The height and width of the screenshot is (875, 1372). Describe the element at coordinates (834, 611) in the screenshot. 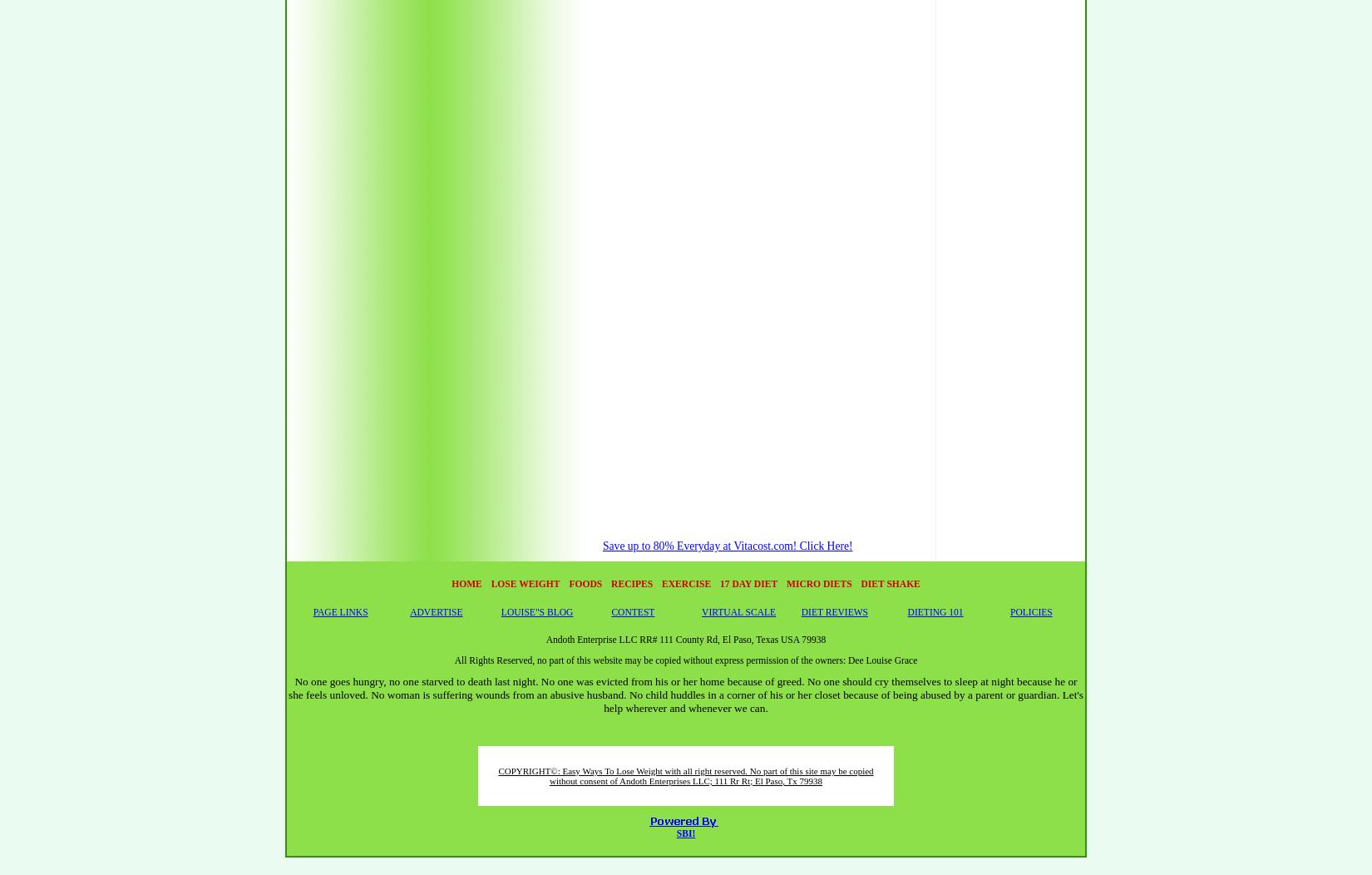

I see `'DIET REVIEWS'` at that location.